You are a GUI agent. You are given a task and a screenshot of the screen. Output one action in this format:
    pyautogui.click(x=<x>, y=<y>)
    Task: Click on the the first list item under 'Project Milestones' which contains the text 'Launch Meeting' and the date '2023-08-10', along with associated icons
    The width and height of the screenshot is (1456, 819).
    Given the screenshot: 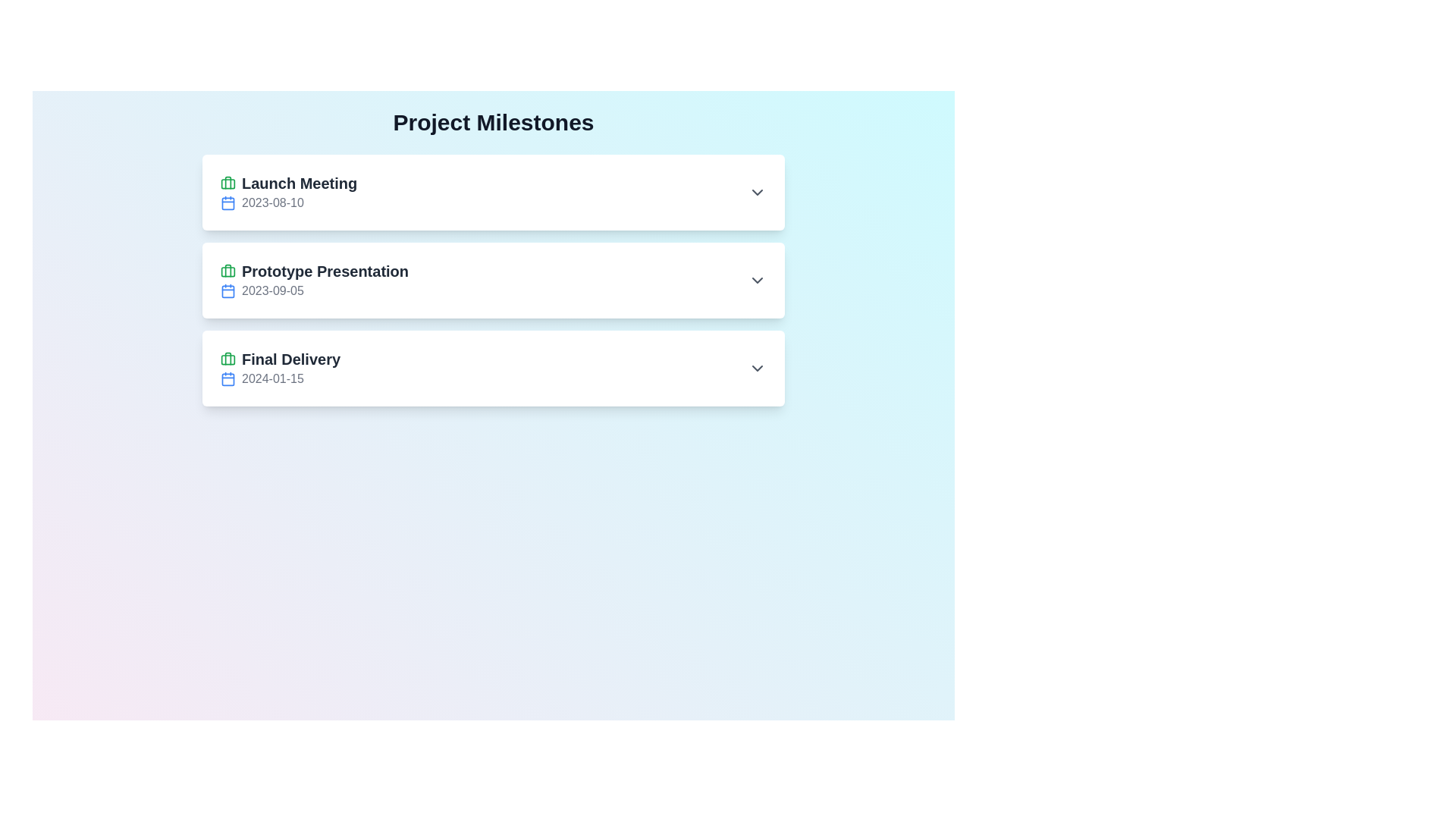 What is the action you would take?
    pyautogui.click(x=289, y=192)
    